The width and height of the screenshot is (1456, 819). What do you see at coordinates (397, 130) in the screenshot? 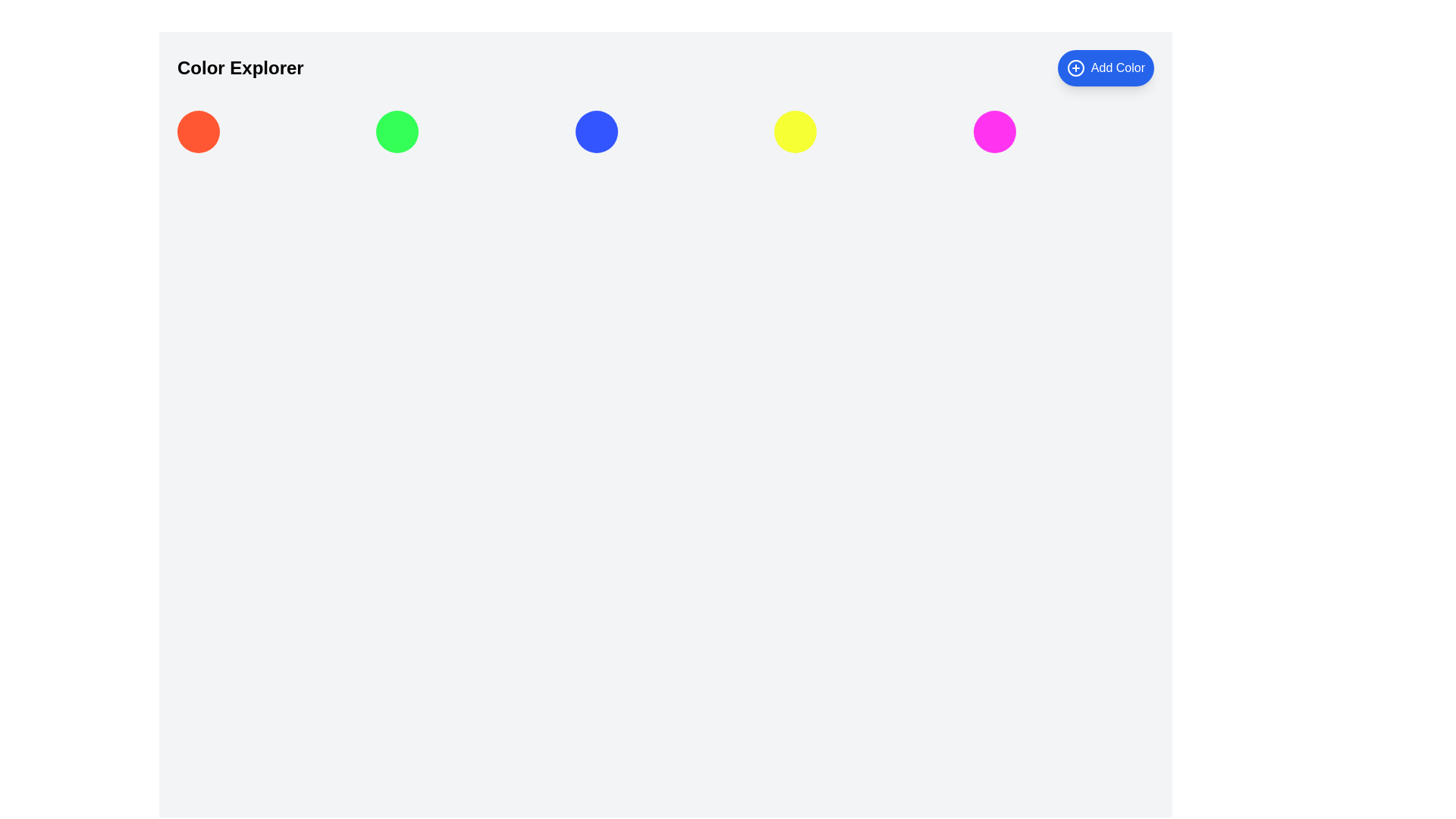
I see `the second circular element in the color picker interface` at bounding box center [397, 130].